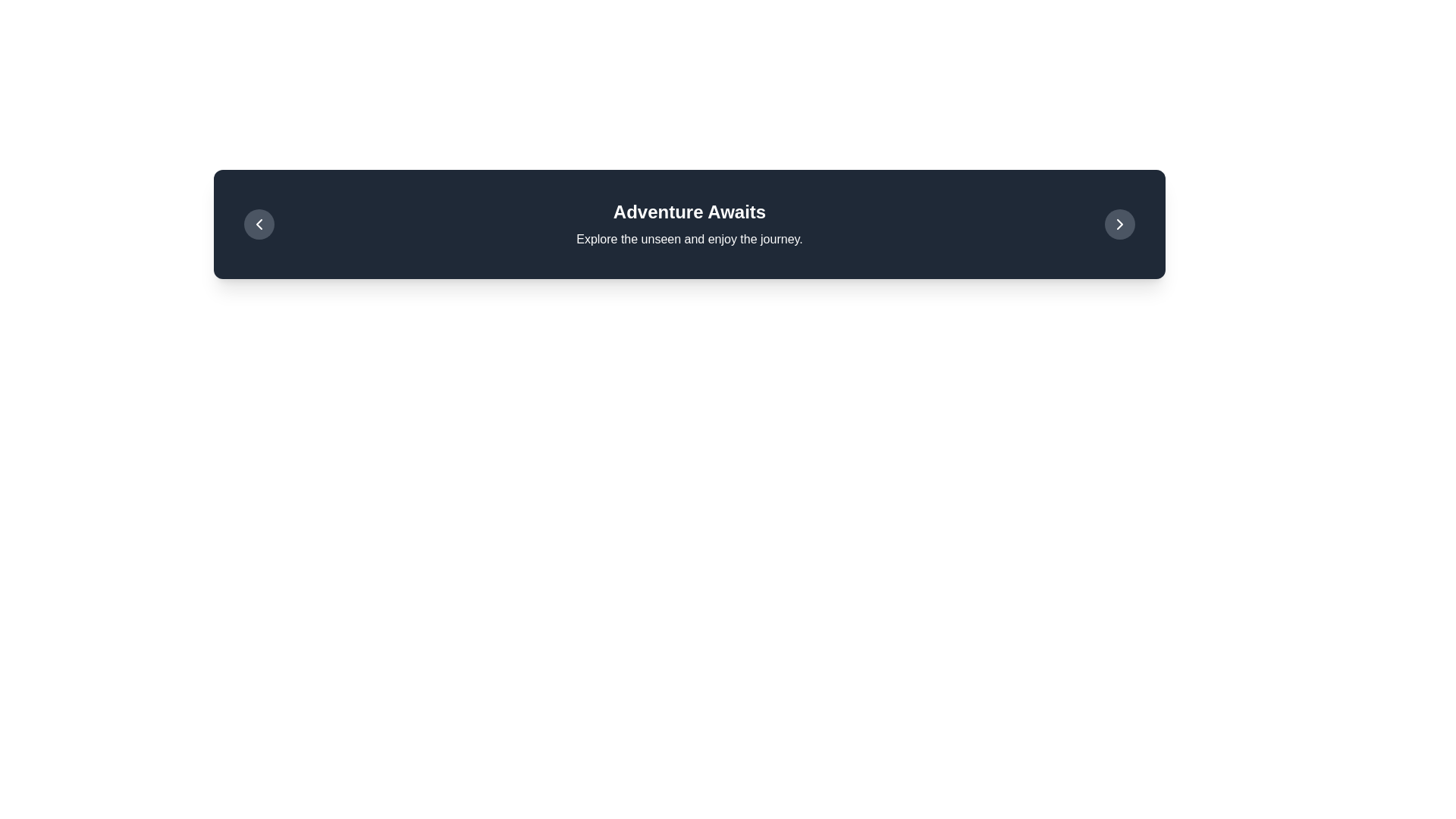  What do you see at coordinates (259, 224) in the screenshot?
I see `the left-pointing chevron icon within the circular gray button in the leftmost area of the horizontal navigation bar` at bounding box center [259, 224].